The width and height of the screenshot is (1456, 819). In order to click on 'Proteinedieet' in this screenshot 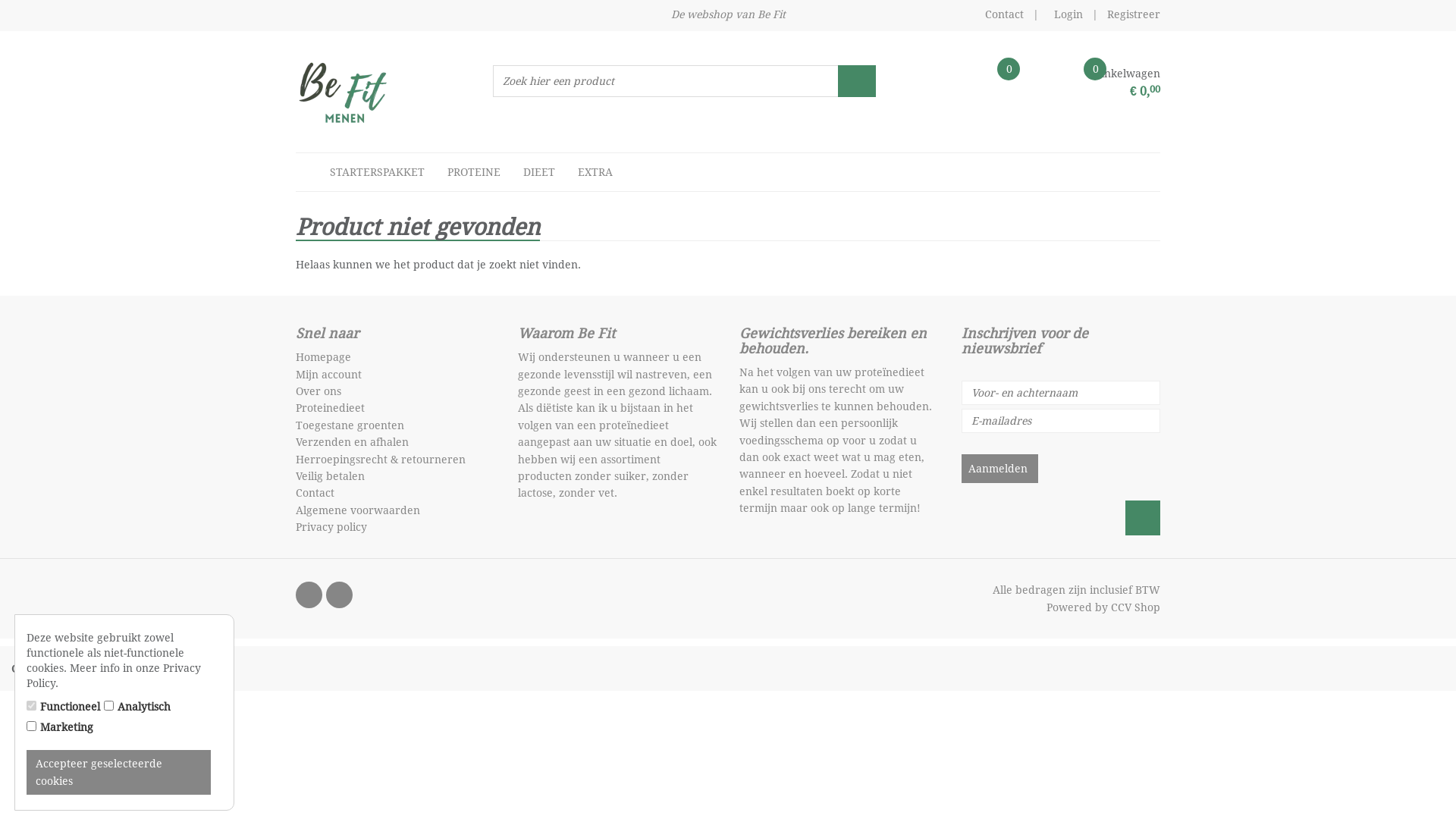, I will do `click(329, 406)`.